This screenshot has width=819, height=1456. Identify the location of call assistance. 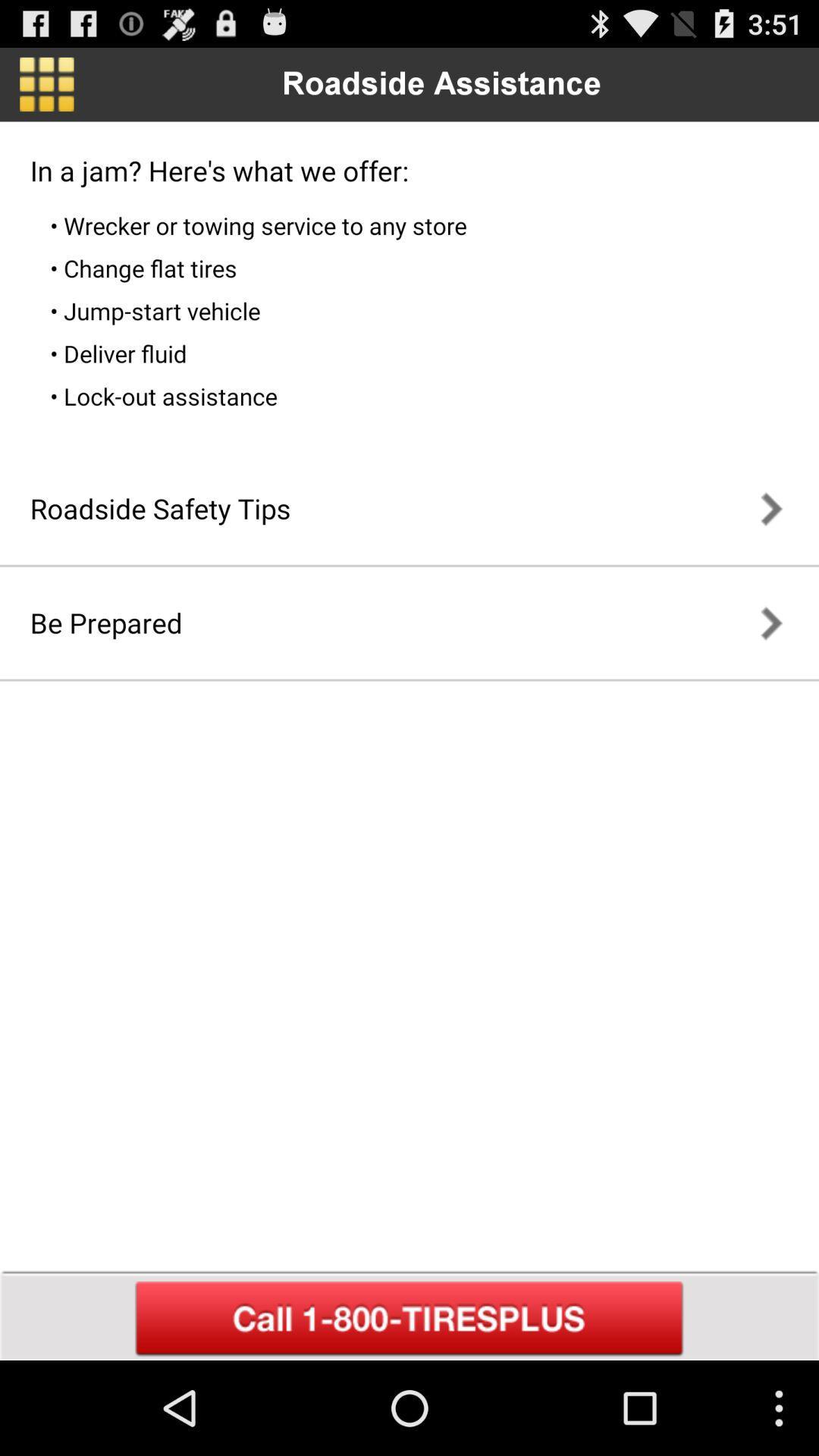
(409, 1318).